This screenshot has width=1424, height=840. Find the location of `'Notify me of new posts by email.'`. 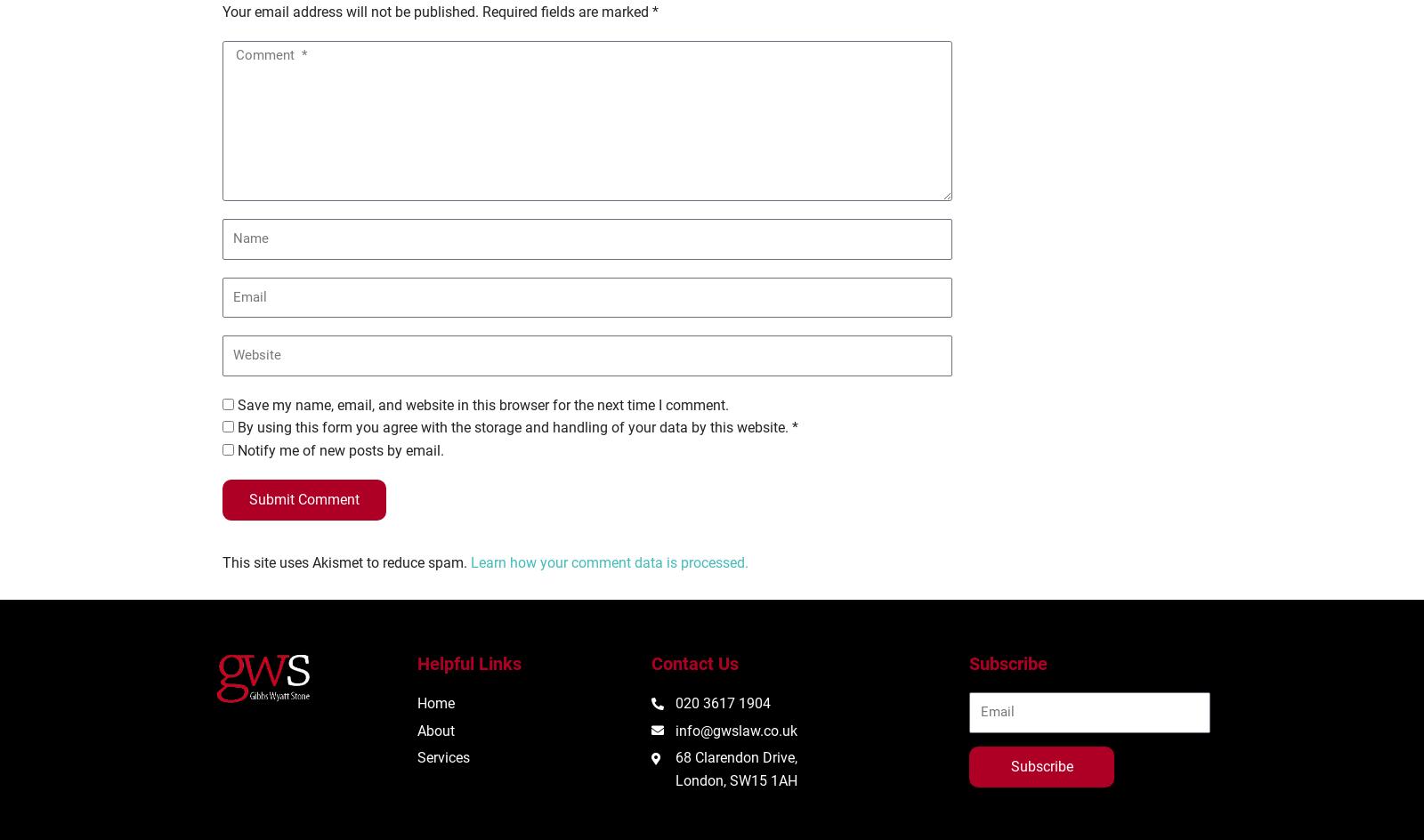

'Notify me of new posts by email.' is located at coordinates (238, 449).